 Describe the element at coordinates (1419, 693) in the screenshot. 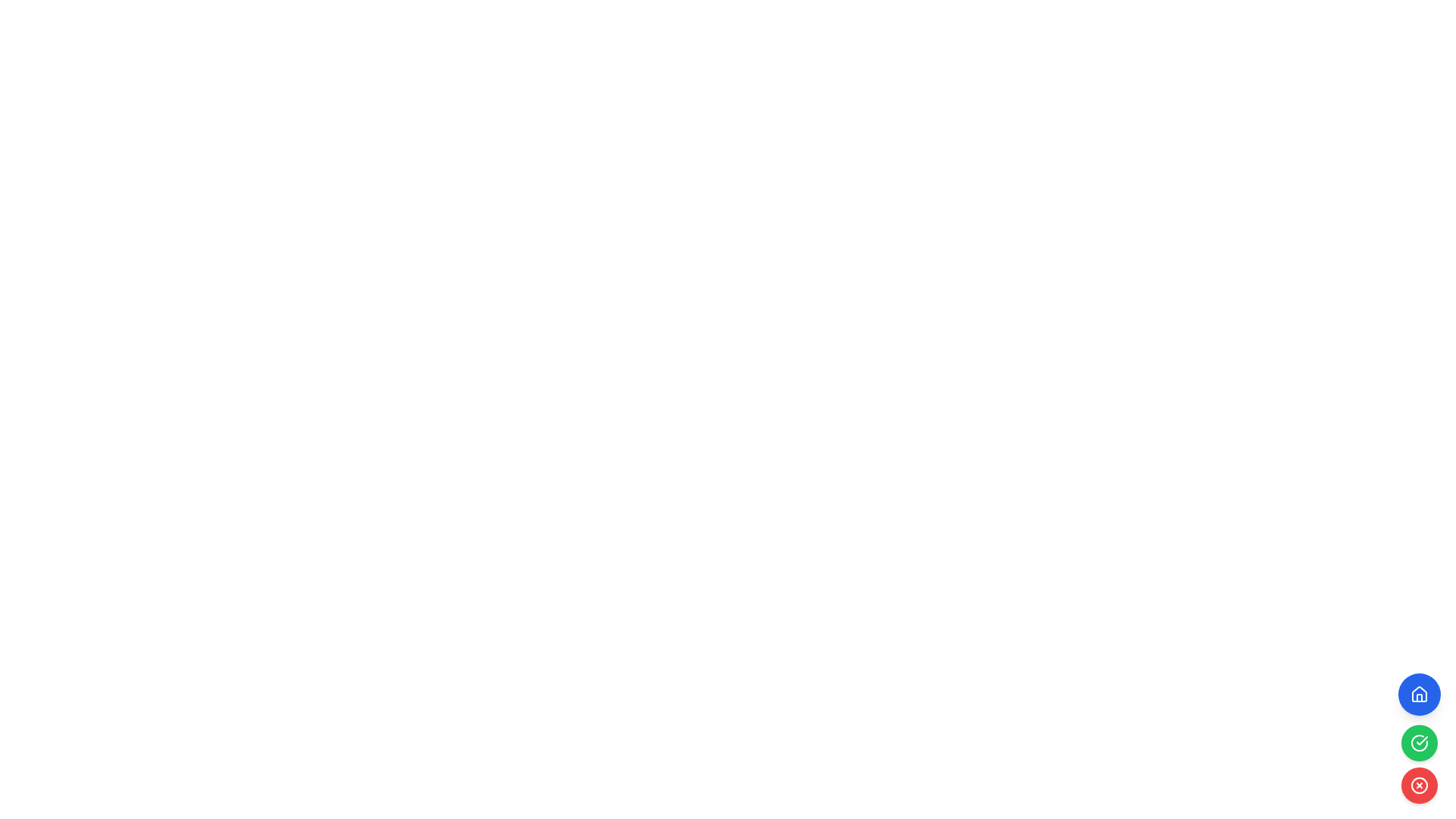

I see `the stylized house icon, which is part of a larger blue circular button located at the top of a vertical stack on the right side of the interface` at that location.